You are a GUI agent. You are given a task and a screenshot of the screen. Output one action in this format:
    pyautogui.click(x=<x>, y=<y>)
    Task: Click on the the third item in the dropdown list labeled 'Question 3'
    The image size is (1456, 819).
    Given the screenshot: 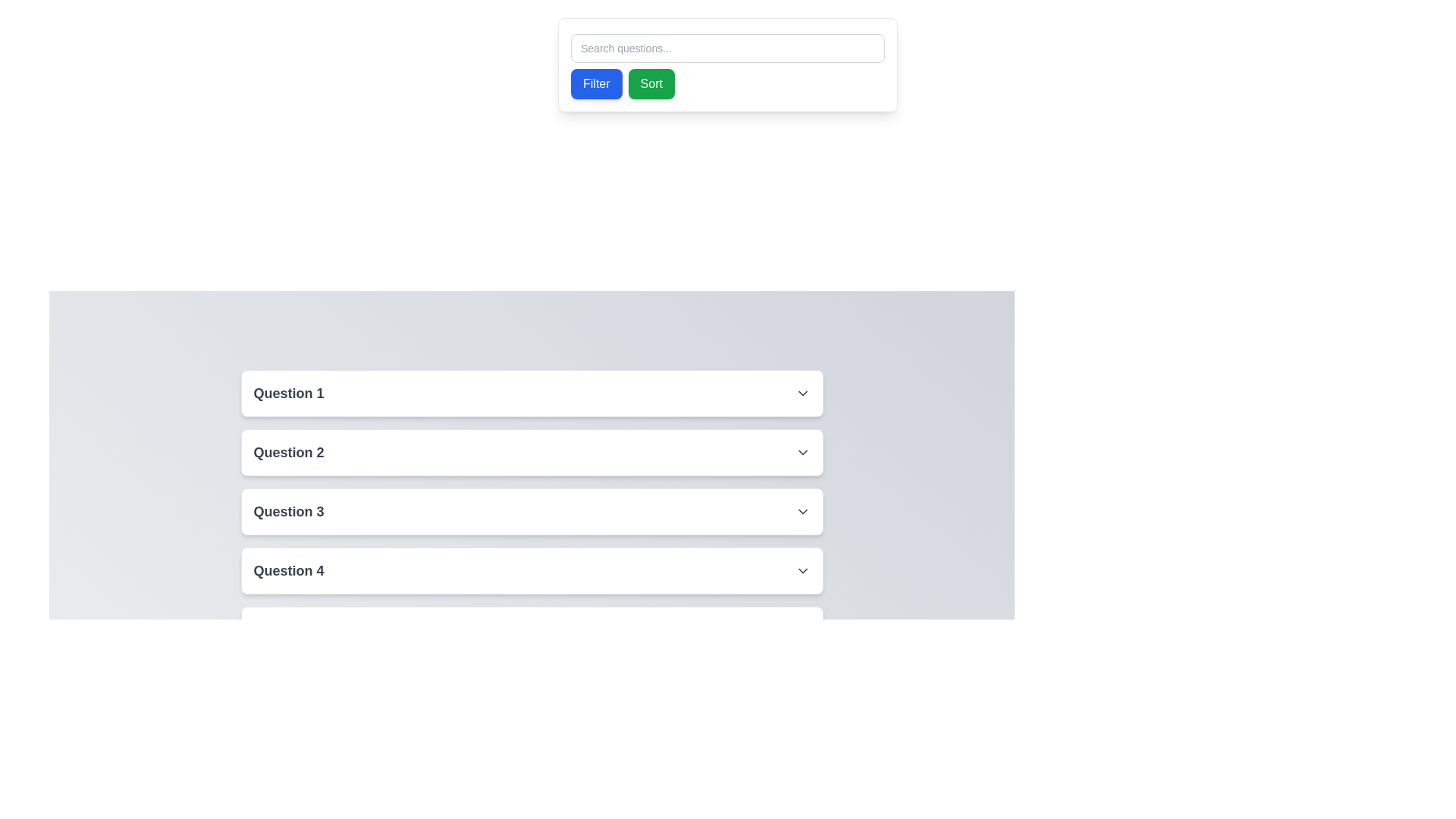 What is the action you would take?
    pyautogui.click(x=532, y=512)
    